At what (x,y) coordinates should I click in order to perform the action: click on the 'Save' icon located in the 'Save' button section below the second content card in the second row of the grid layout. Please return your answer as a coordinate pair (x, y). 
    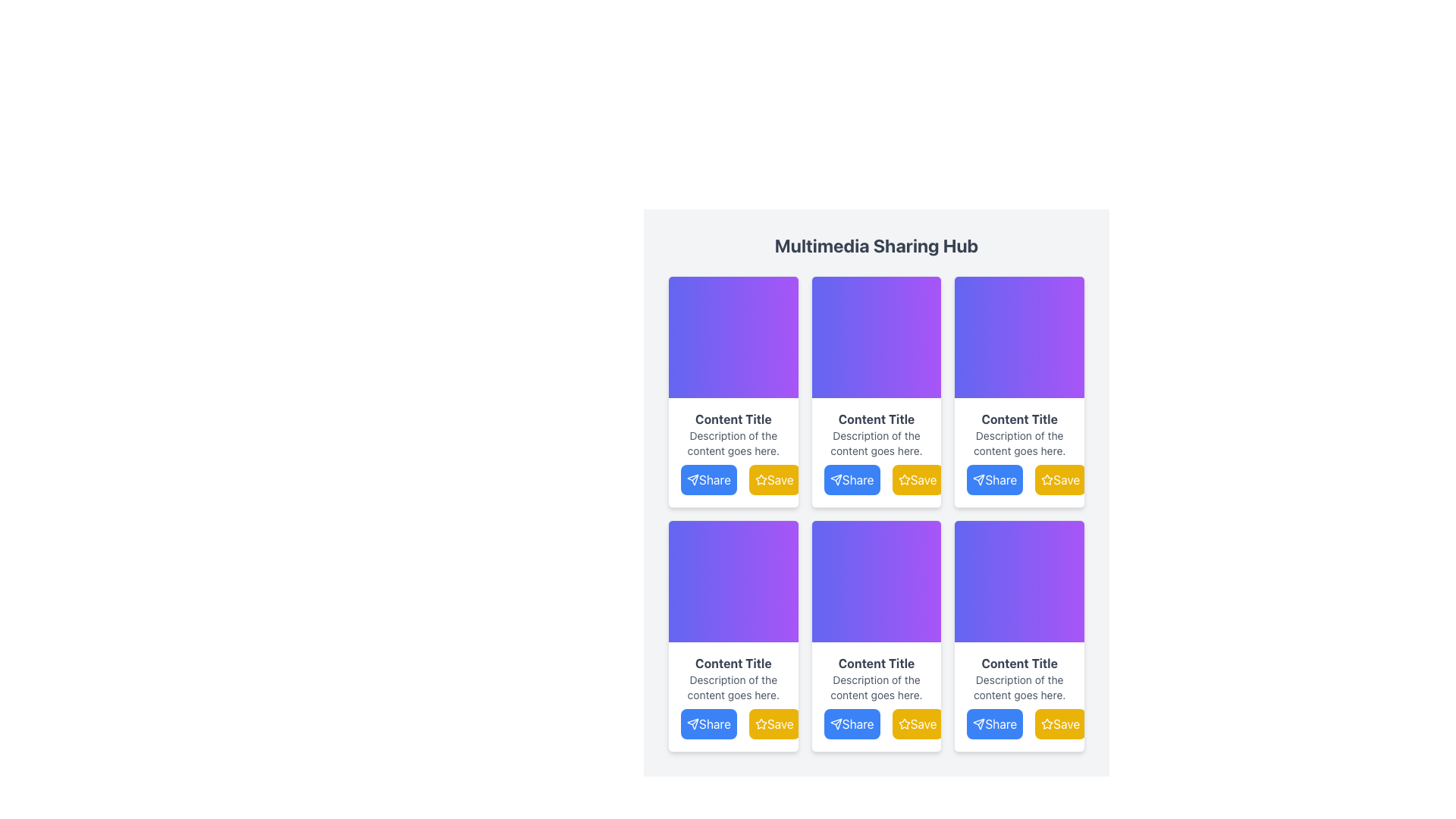
    Looking at the image, I should click on (761, 723).